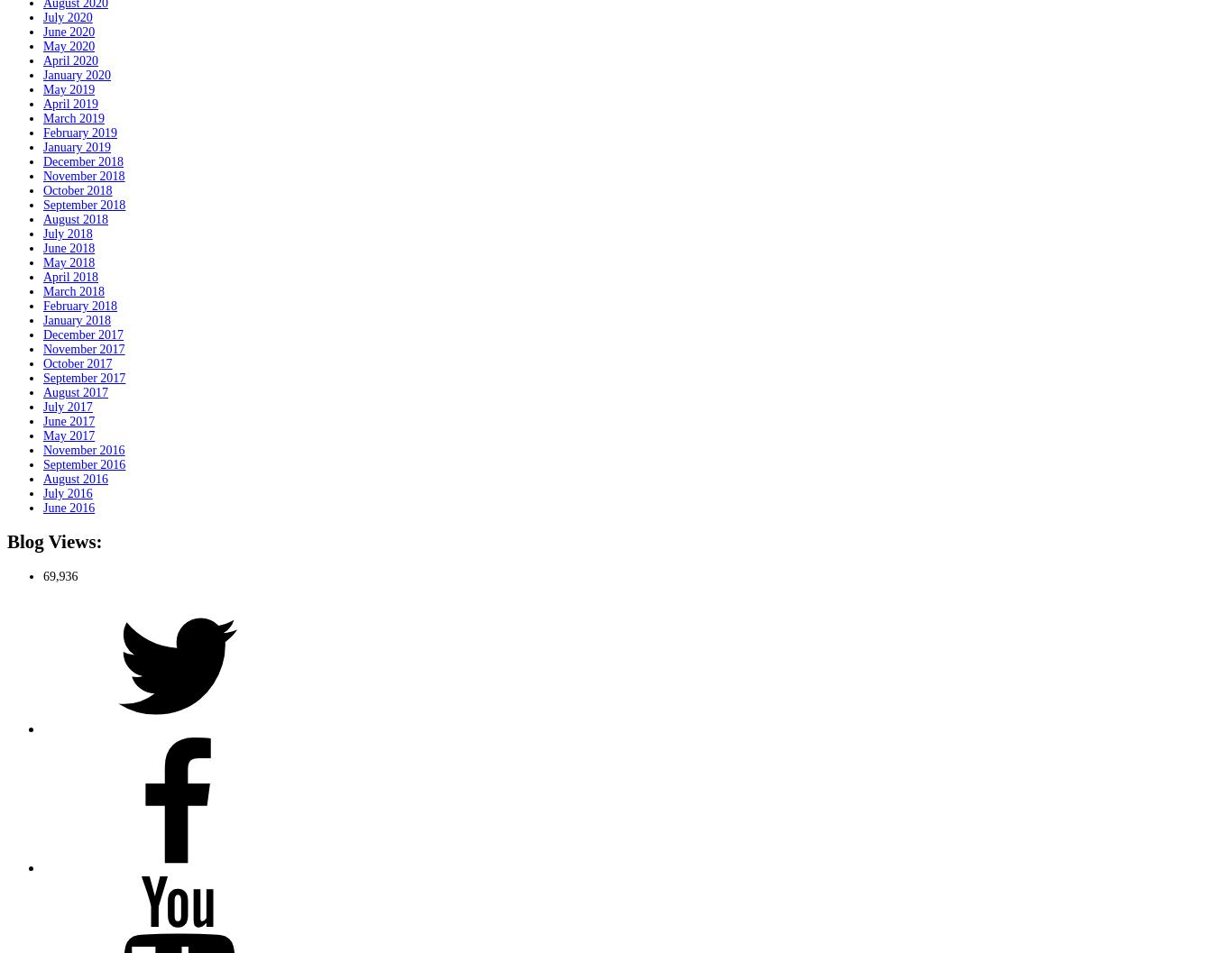 The height and width of the screenshot is (953, 1232). I want to click on 'October 2017', so click(42, 362).